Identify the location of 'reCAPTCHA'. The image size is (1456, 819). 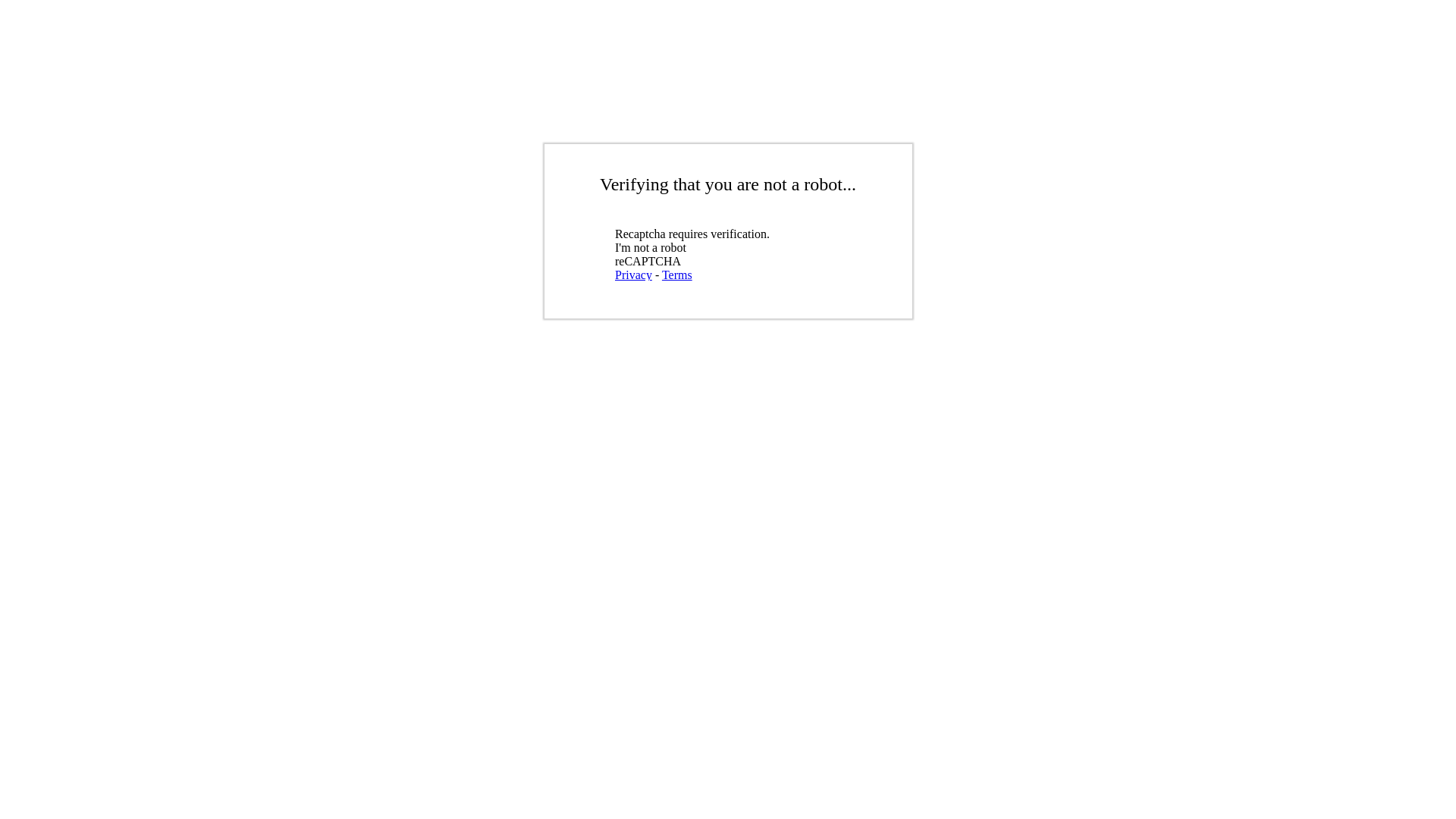
(723, 250).